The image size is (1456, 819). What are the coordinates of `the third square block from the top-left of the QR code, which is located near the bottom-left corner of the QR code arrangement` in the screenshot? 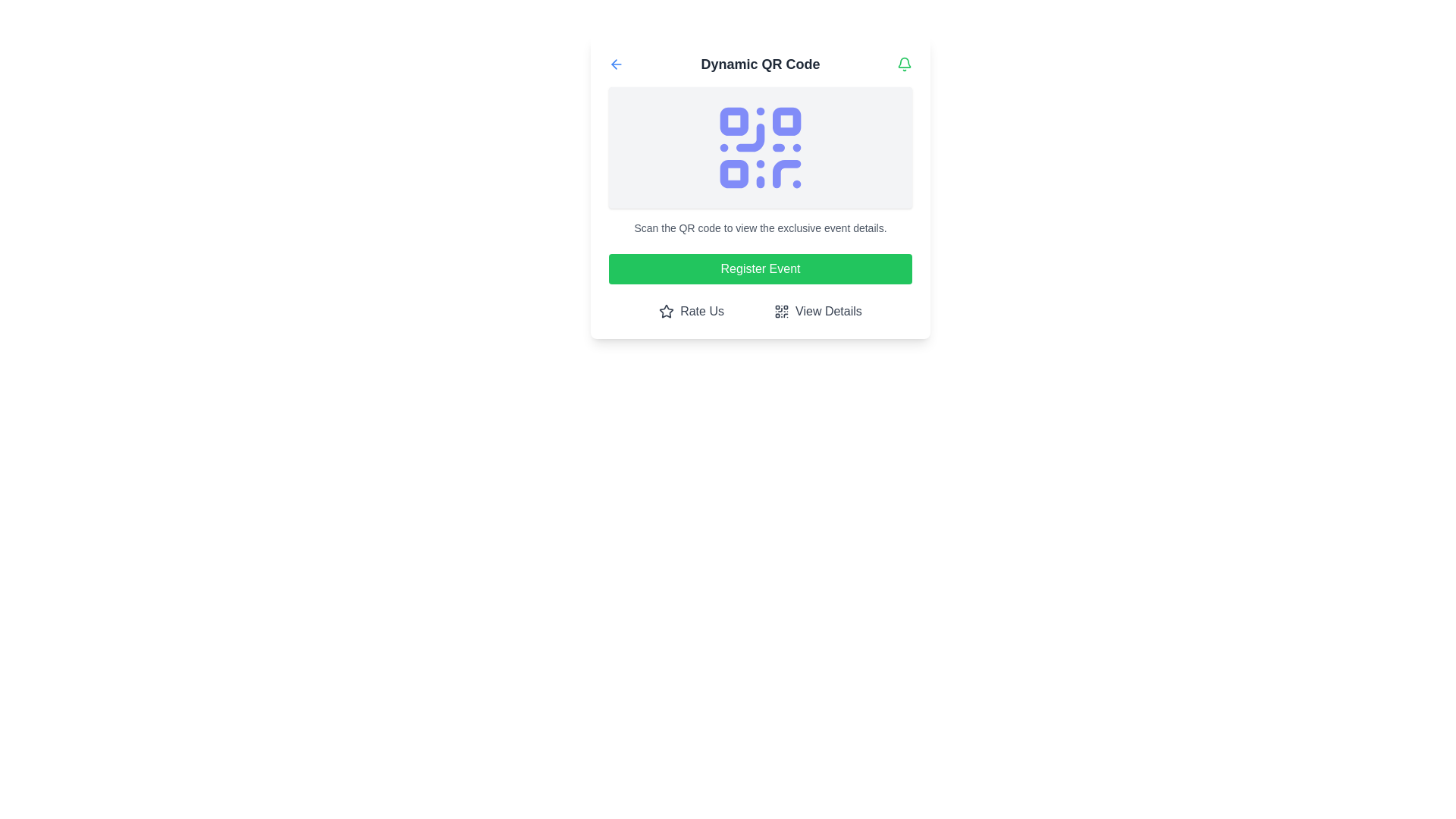 It's located at (734, 173).